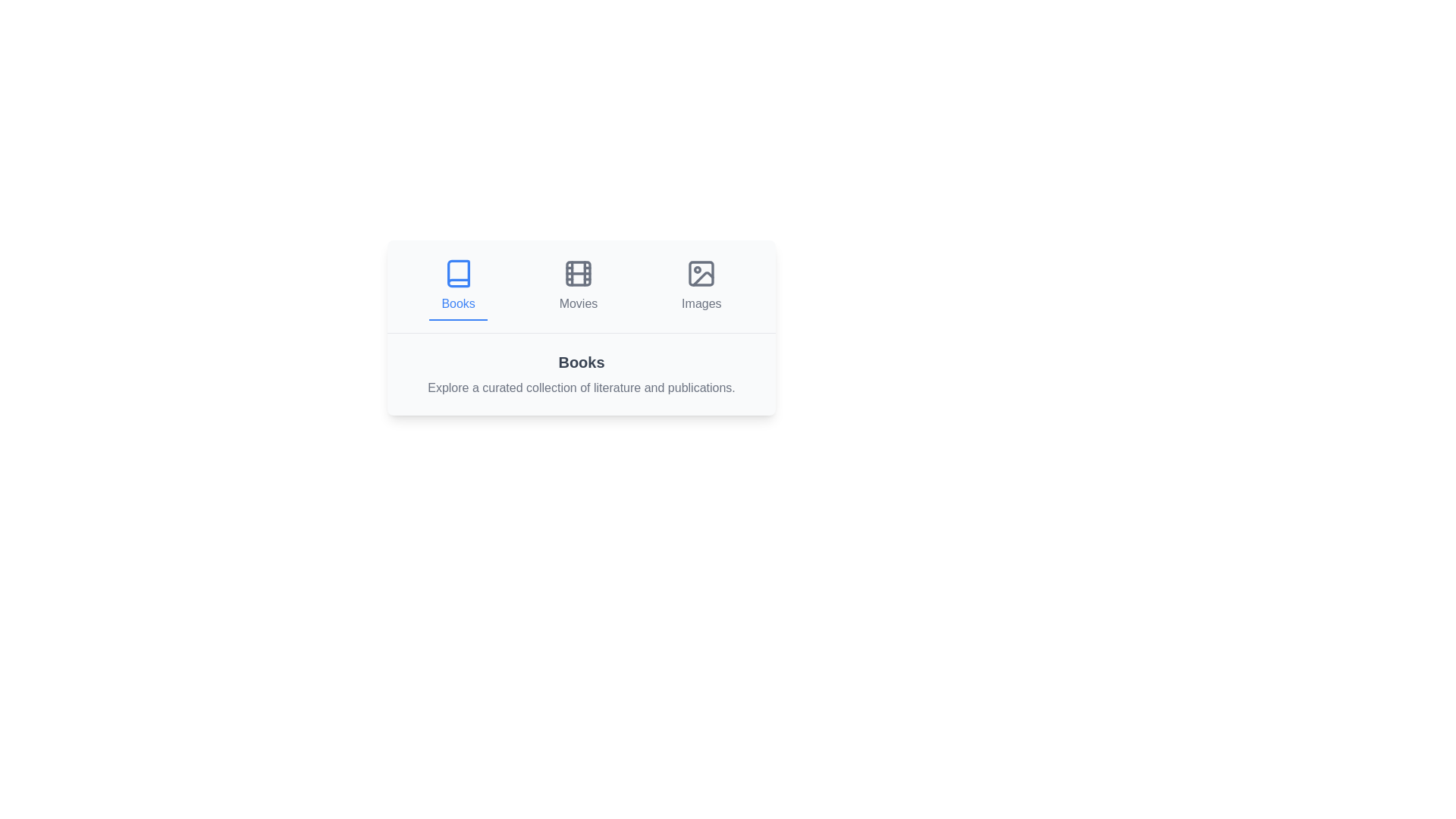  Describe the element at coordinates (578, 287) in the screenshot. I see `the Movies tab by clicking on its button` at that location.